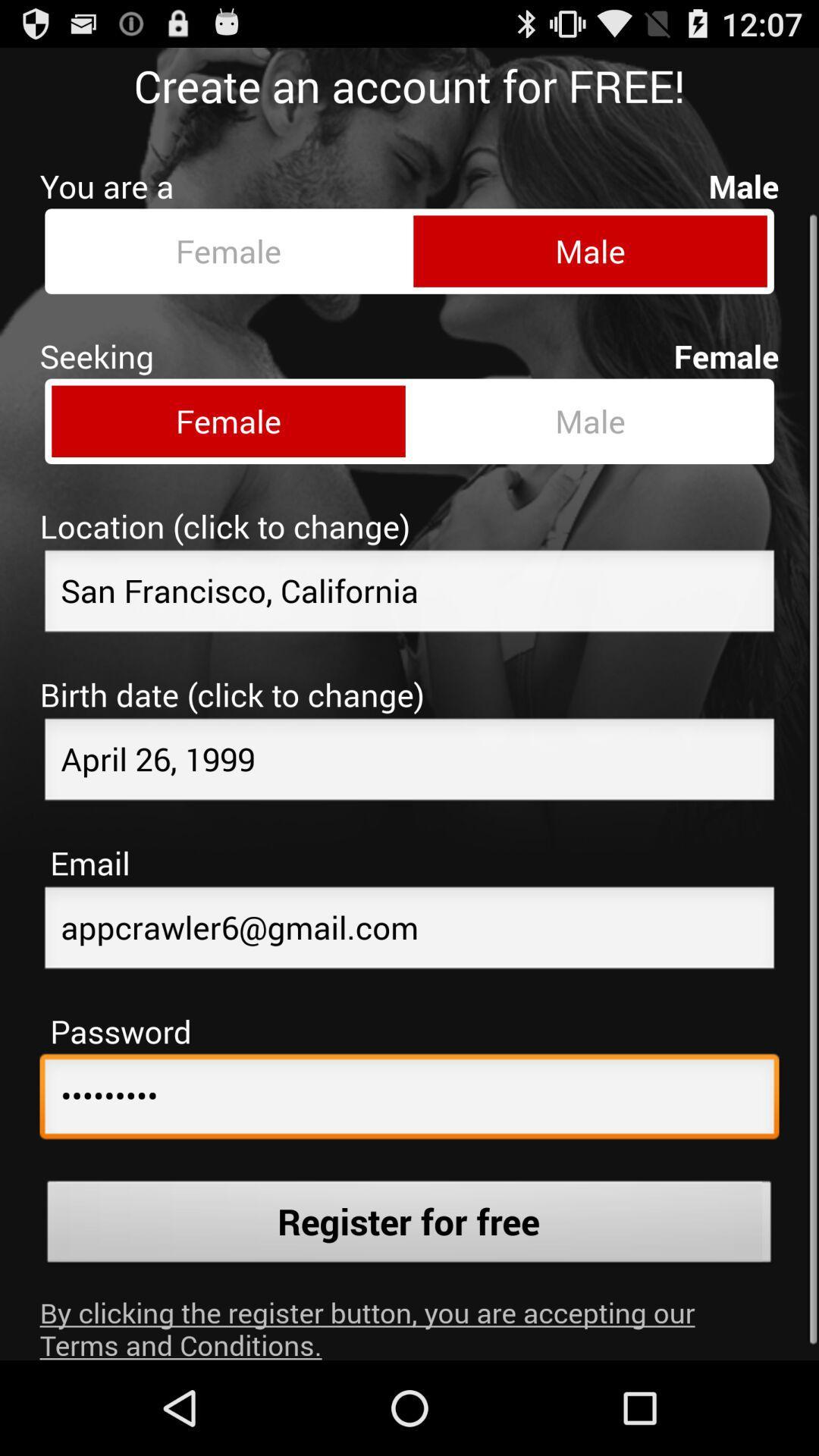  I want to click on to place the birth date, so click(409, 750).